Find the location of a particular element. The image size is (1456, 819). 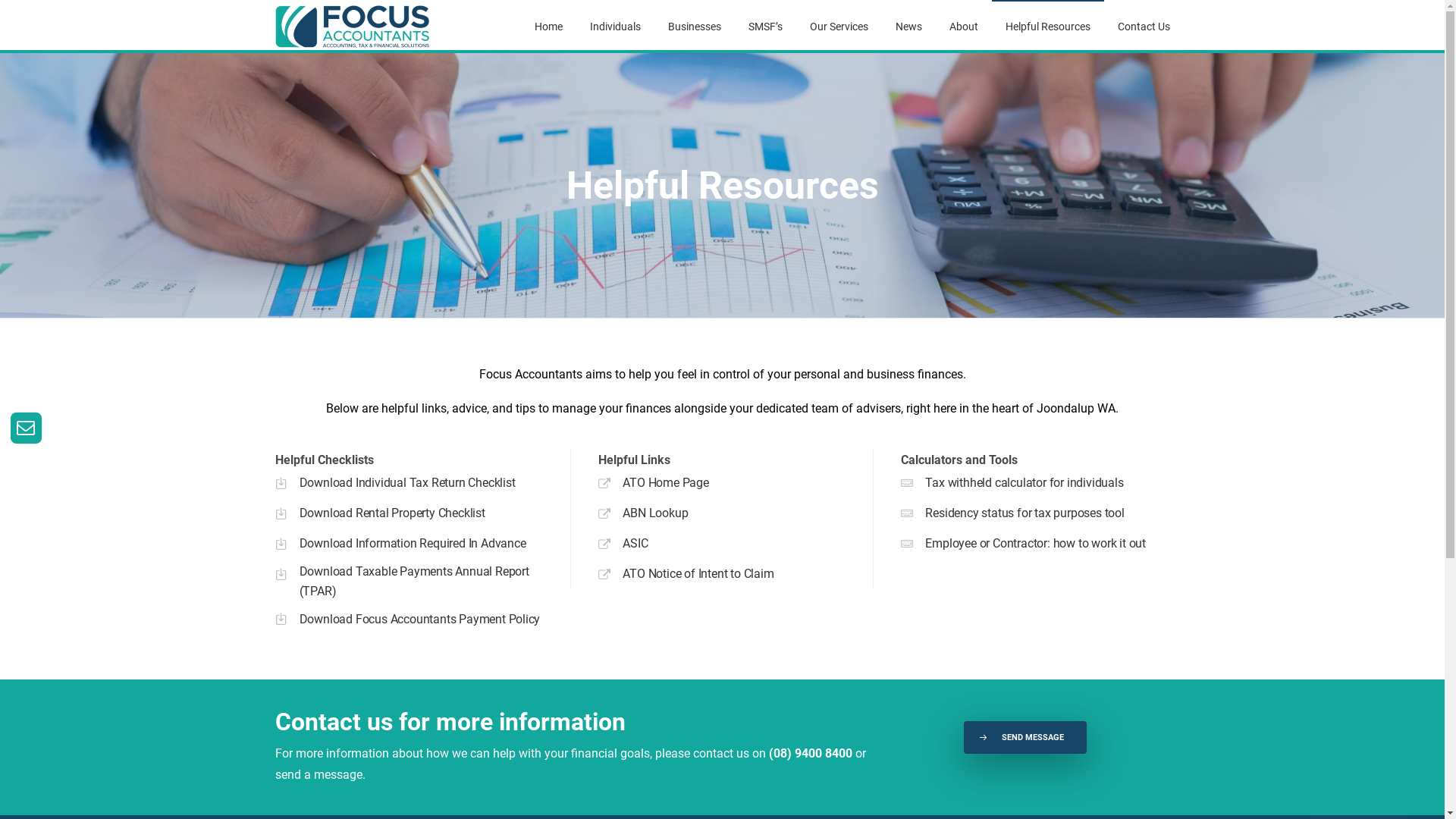

'Site logo' is located at coordinates (352, 26).